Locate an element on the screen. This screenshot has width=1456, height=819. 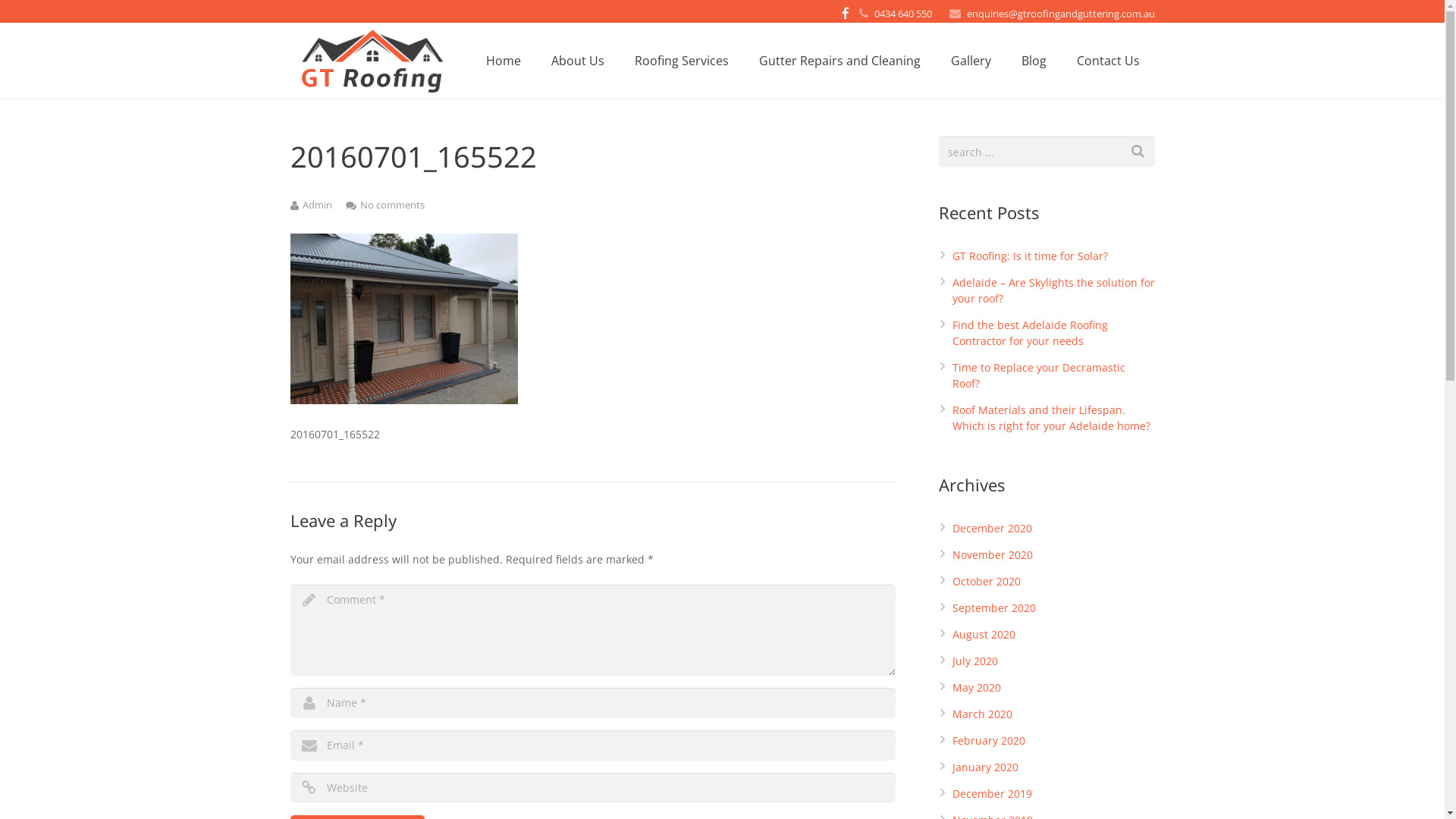
'September 2020' is located at coordinates (993, 607).